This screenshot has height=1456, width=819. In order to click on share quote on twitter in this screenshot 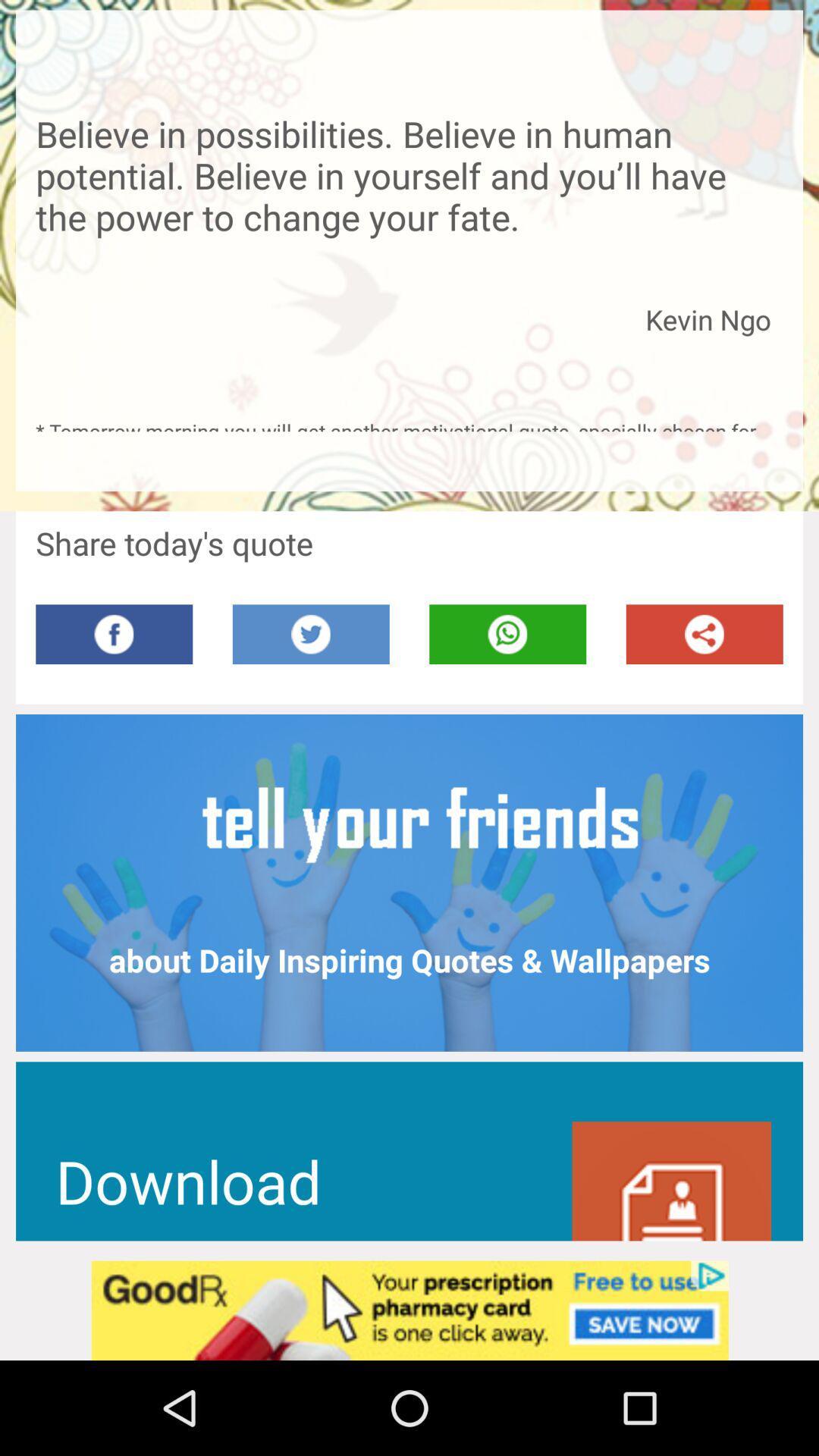, I will do `click(310, 634)`.